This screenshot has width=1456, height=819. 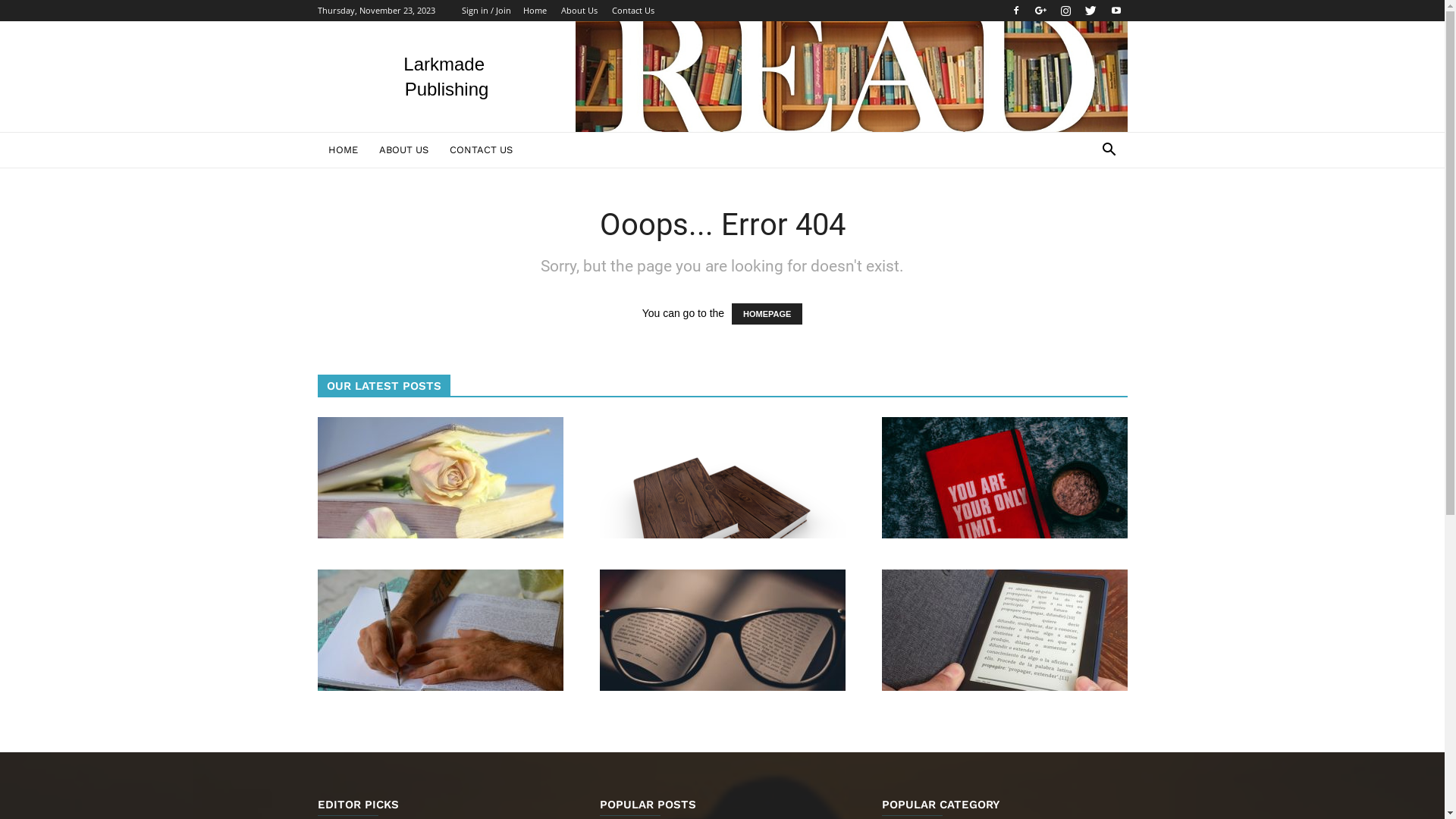 What do you see at coordinates (1090, 11) in the screenshot?
I see `'Twitter'` at bounding box center [1090, 11].